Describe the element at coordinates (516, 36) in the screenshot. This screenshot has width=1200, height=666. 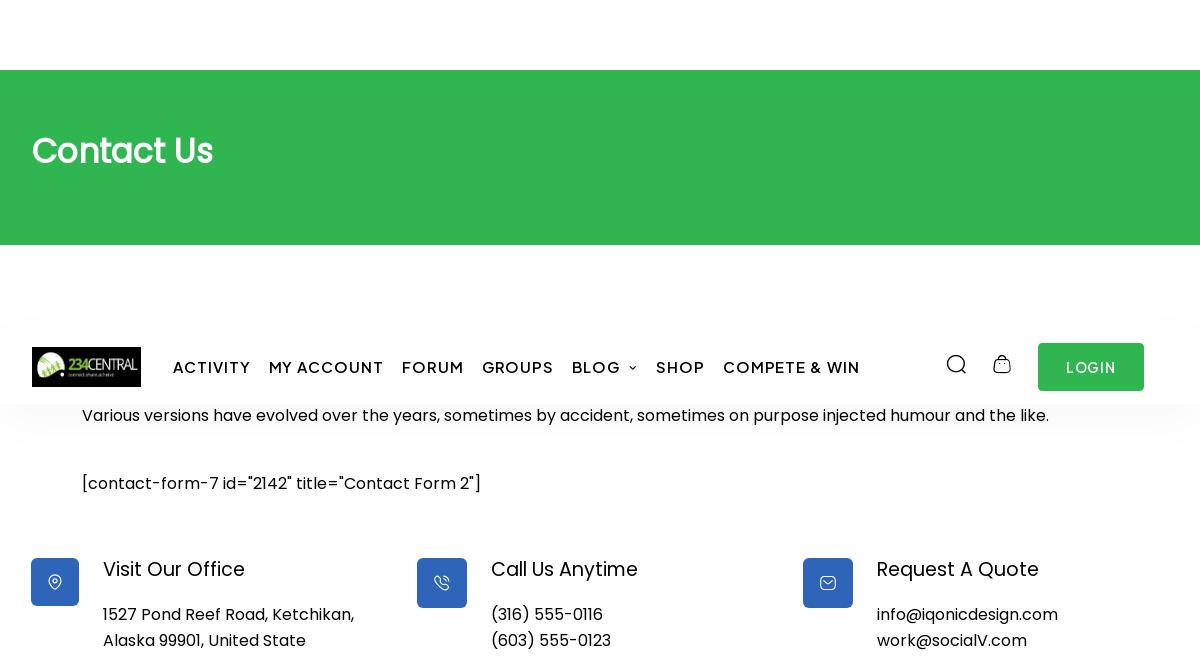
I see `'Groups'` at that location.